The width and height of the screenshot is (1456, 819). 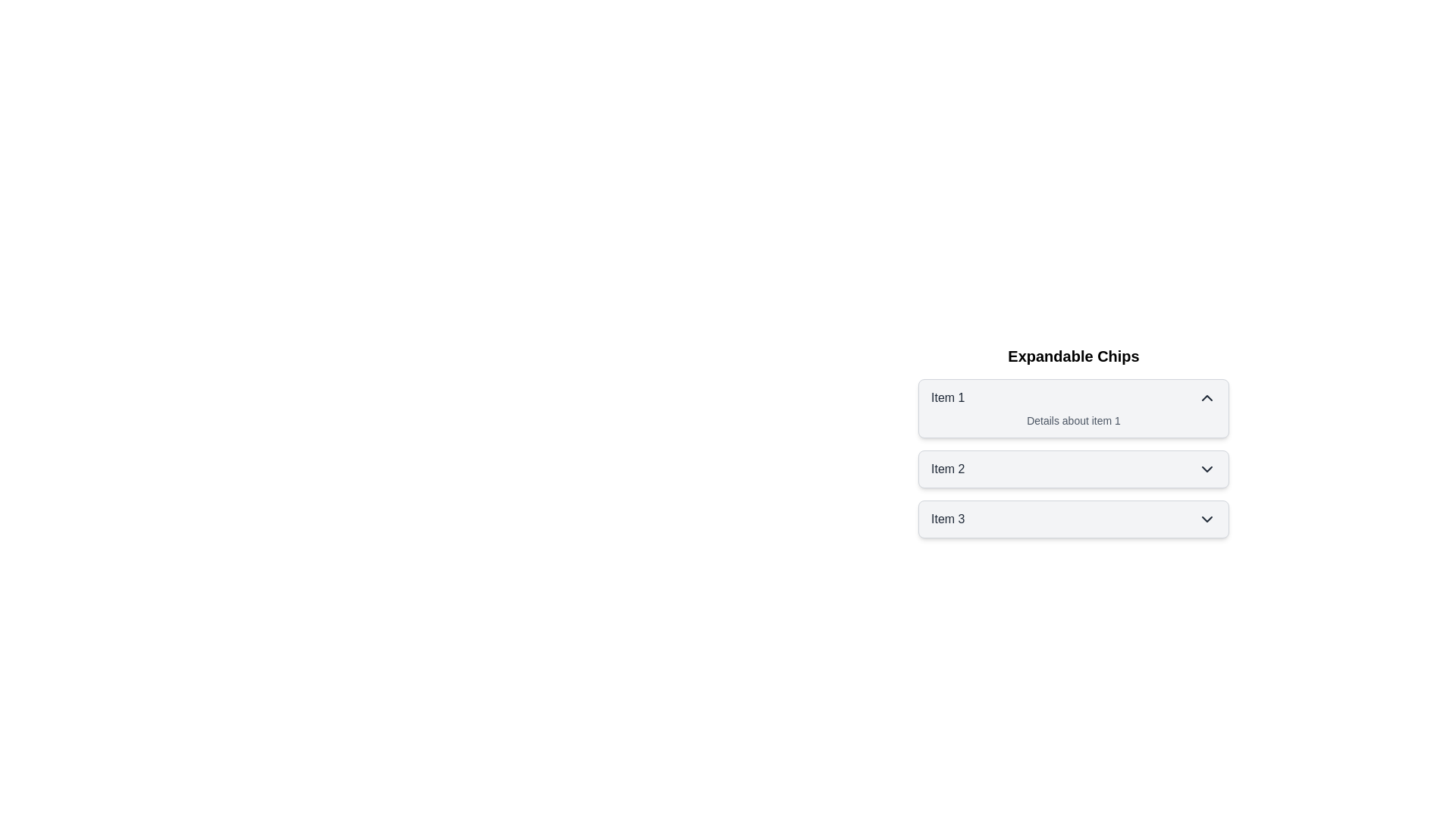 I want to click on the label of chip Item 1 to toggle its state, so click(x=946, y=397).